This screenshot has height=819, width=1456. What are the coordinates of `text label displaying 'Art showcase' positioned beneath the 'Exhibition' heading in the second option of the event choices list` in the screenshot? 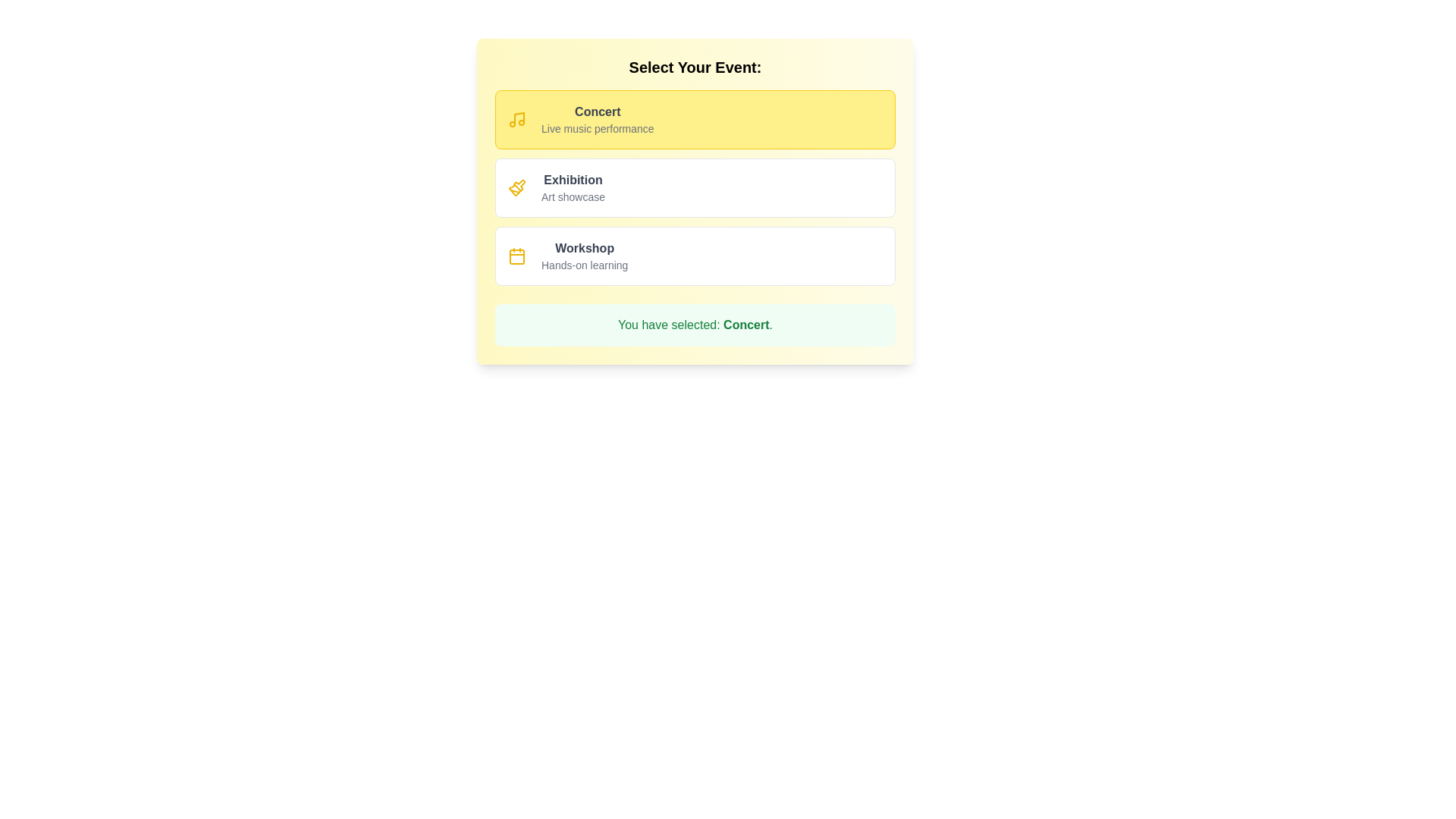 It's located at (573, 196).